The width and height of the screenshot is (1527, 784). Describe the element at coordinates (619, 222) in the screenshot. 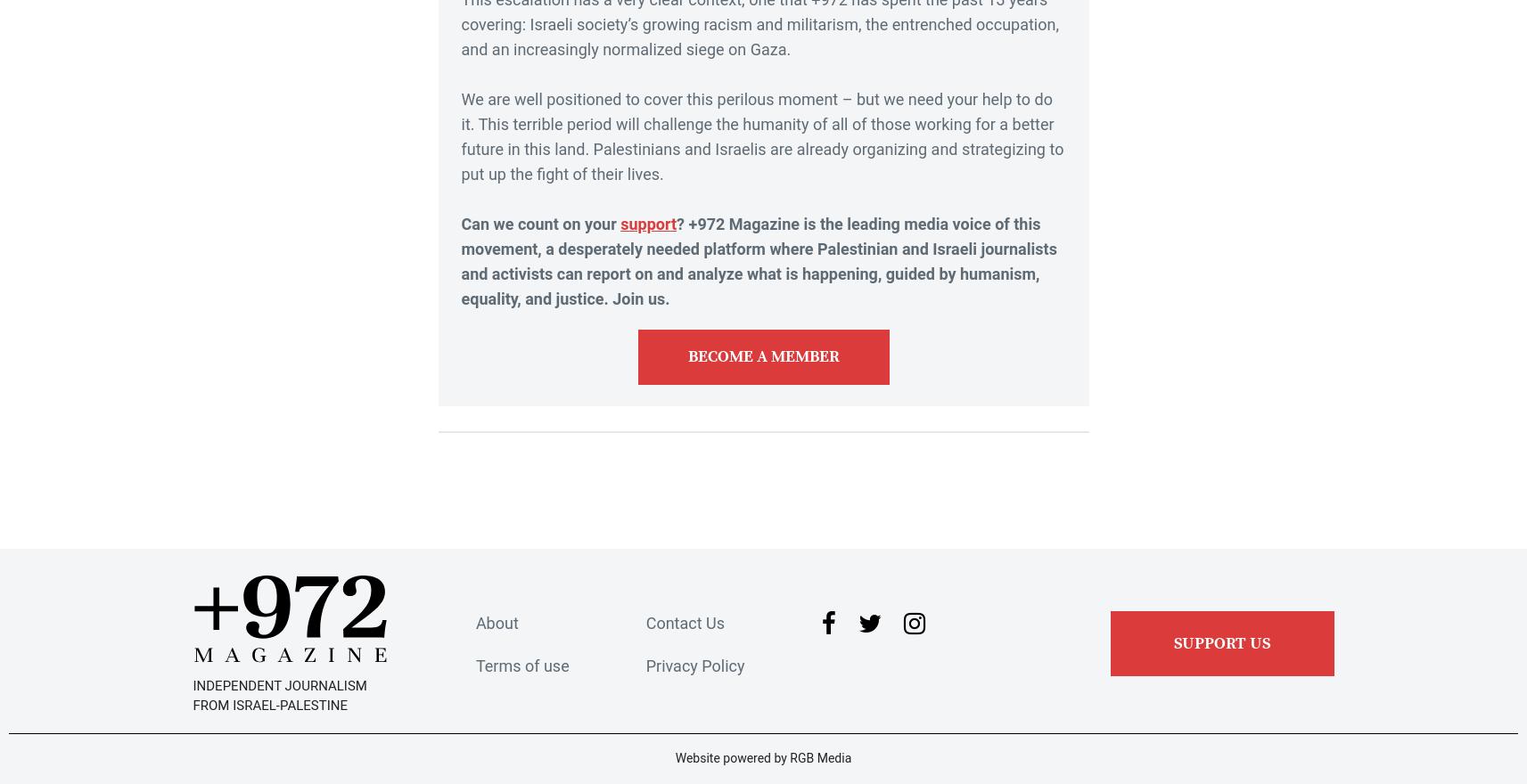

I see `'support'` at that location.